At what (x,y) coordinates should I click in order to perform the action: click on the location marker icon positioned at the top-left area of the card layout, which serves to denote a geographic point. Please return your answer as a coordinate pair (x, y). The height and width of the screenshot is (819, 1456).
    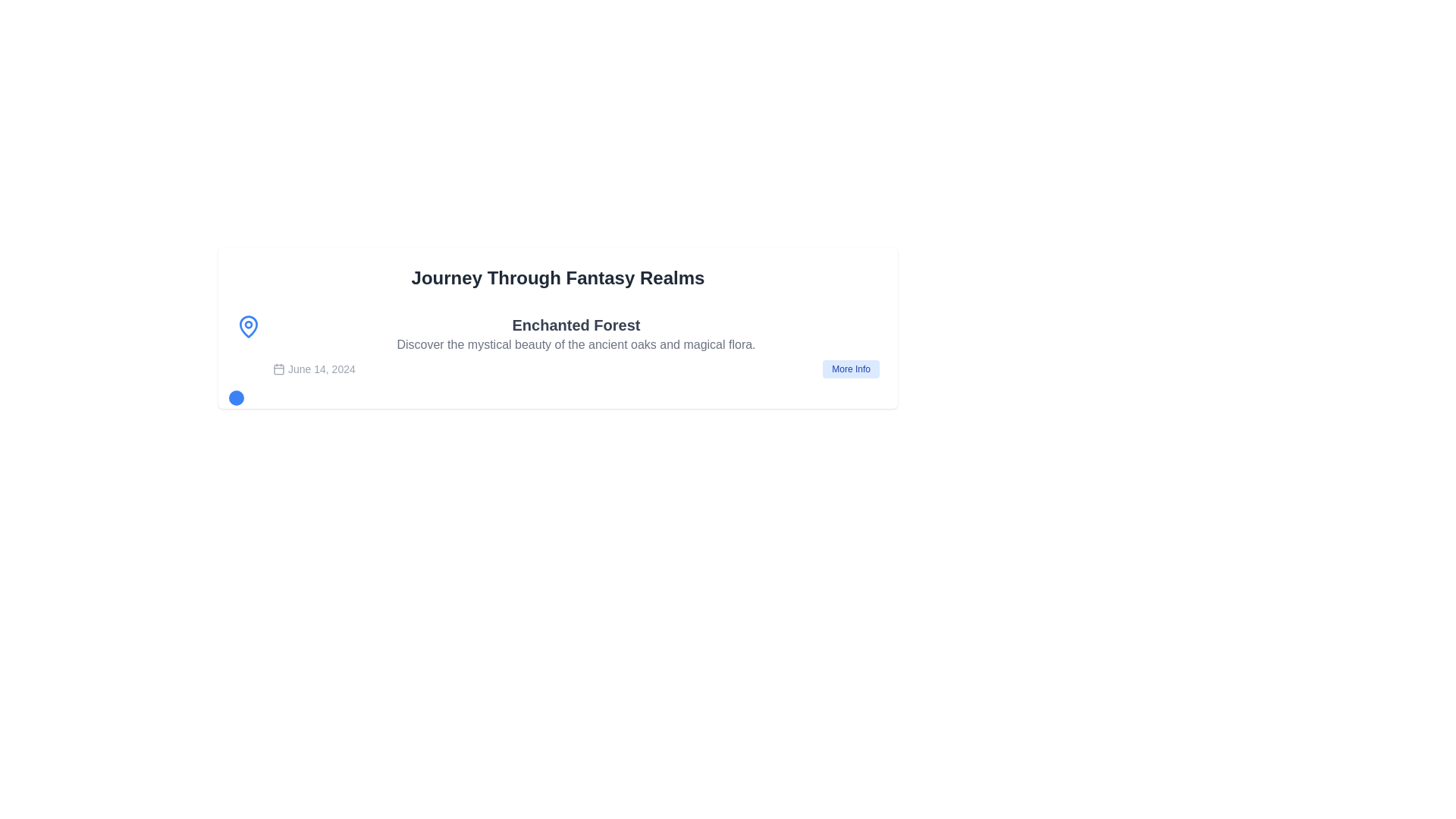
    Looking at the image, I should click on (248, 325).